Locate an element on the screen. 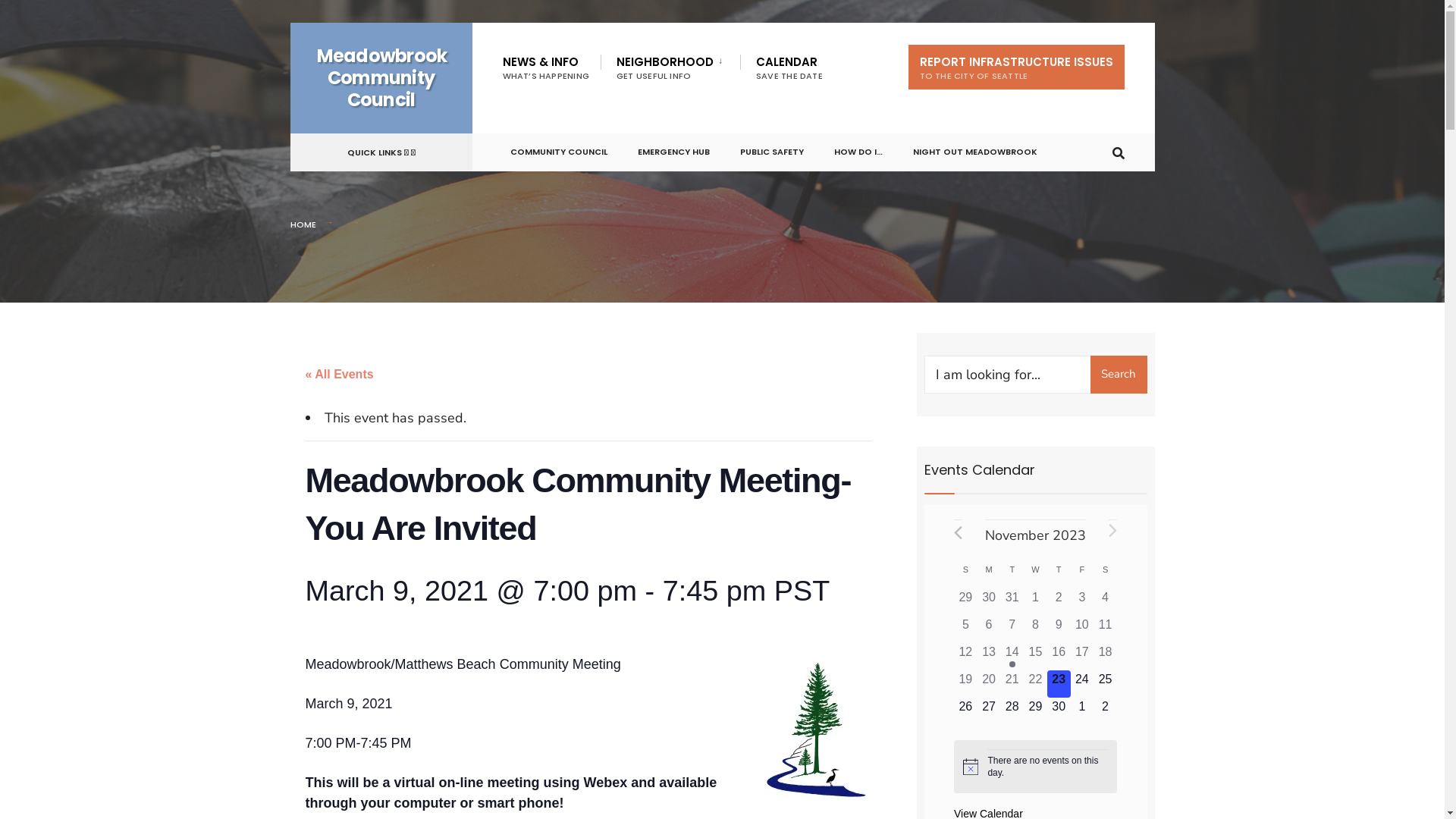 This screenshot has width=1456, height=819. '0 events, is located at coordinates (989, 629).